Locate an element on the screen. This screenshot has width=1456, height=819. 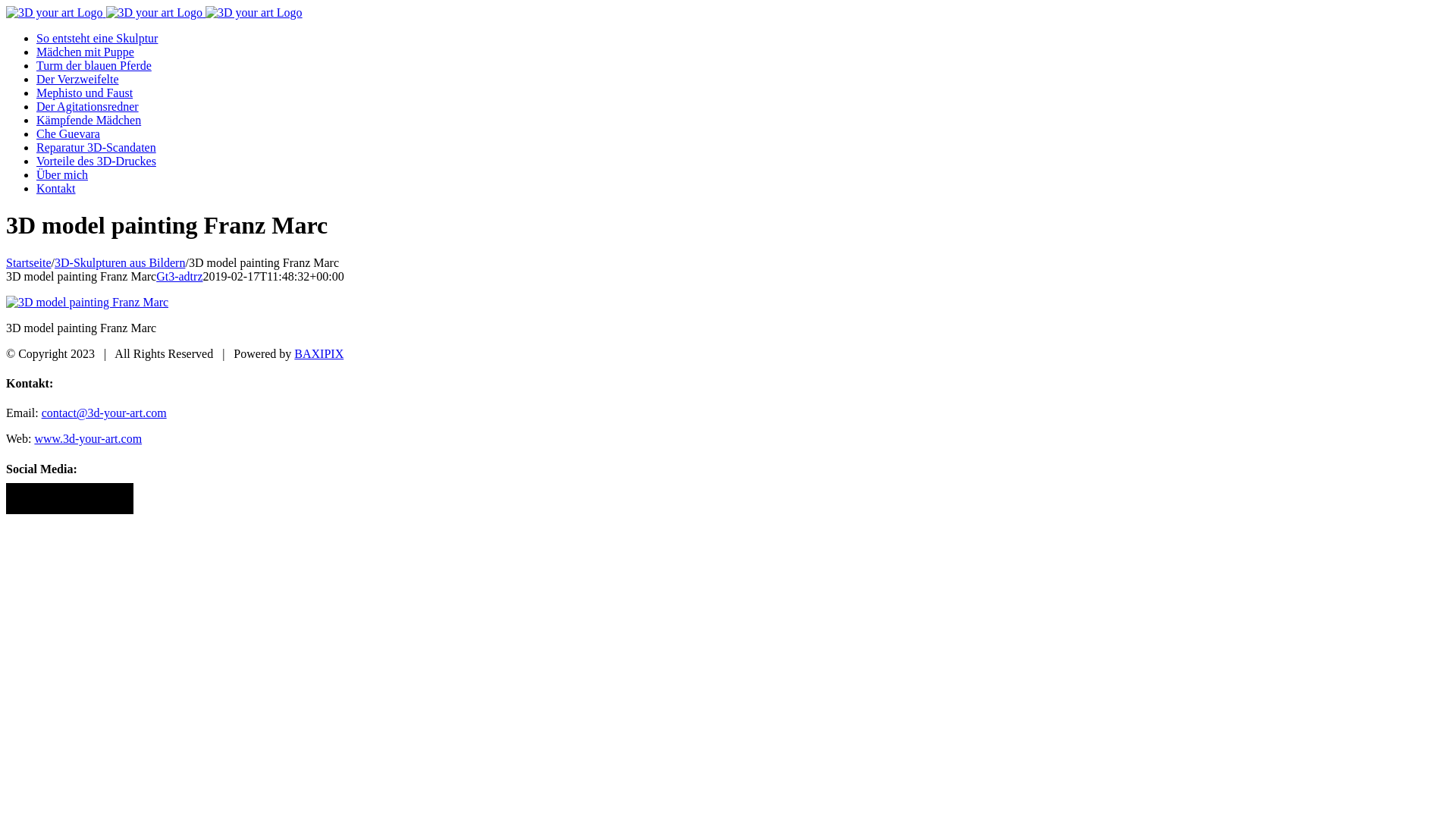
'Der Agitationsredner' is located at coordinates (86, 105).